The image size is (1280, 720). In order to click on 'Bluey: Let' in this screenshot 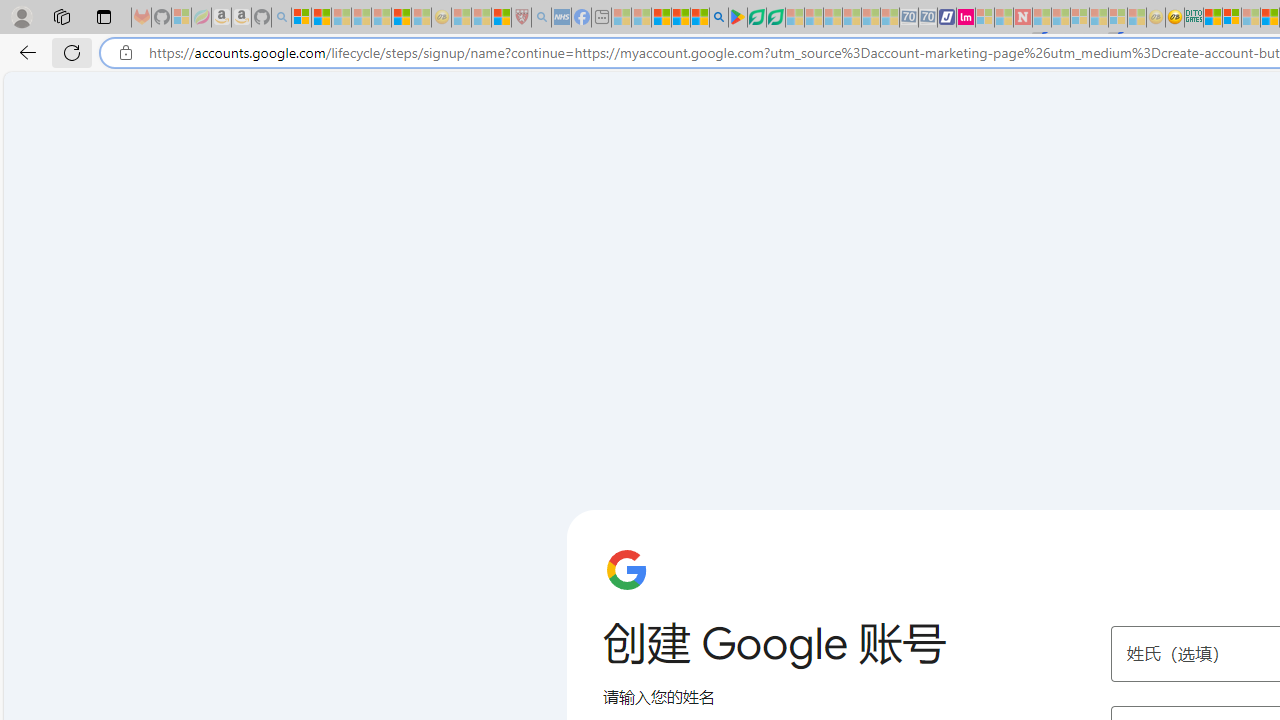, I will do `click(736, 17)`.